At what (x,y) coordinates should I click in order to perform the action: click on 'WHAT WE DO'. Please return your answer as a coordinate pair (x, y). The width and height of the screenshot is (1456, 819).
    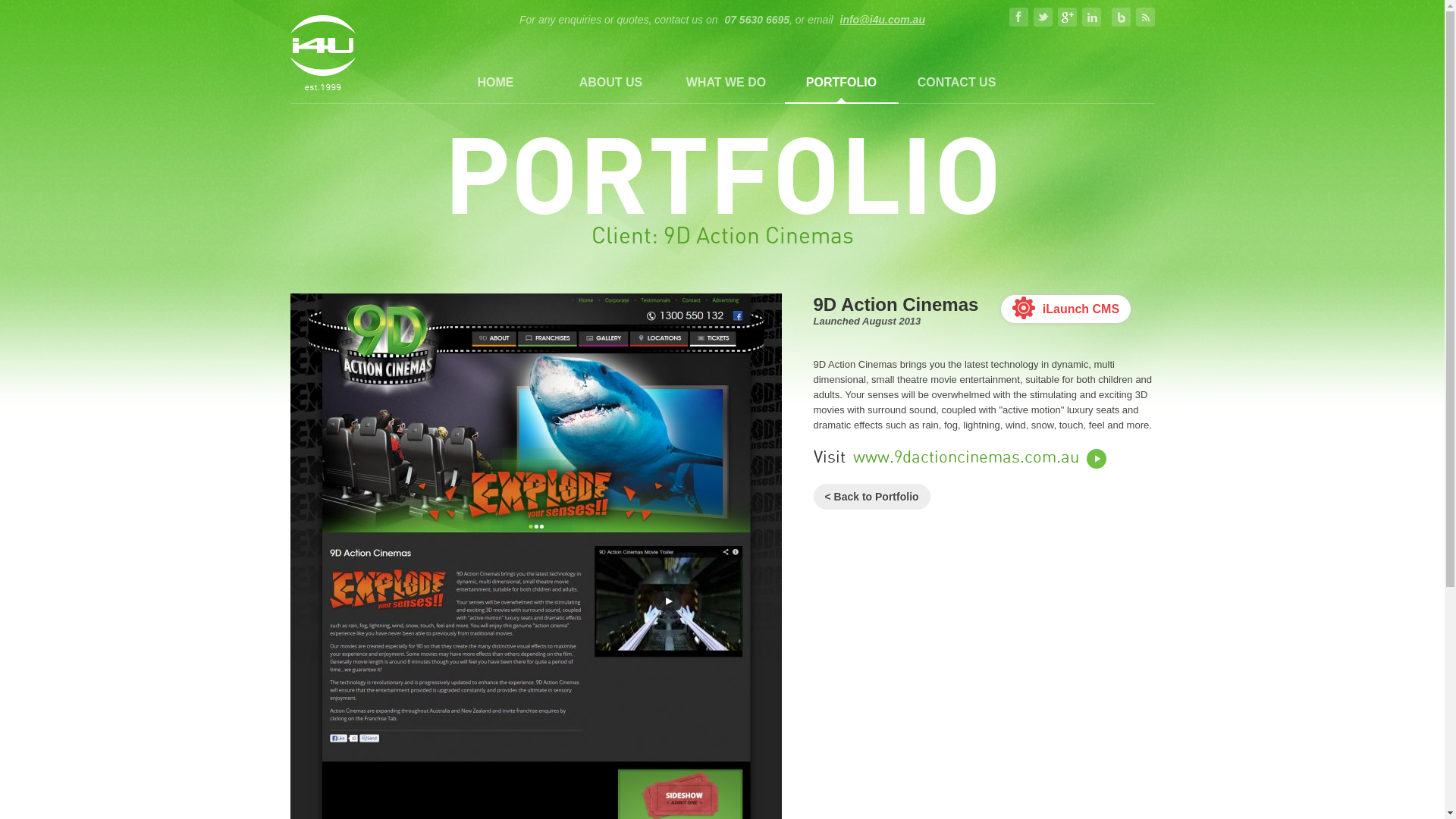
    Looking at the image, I should click on (724, 82).